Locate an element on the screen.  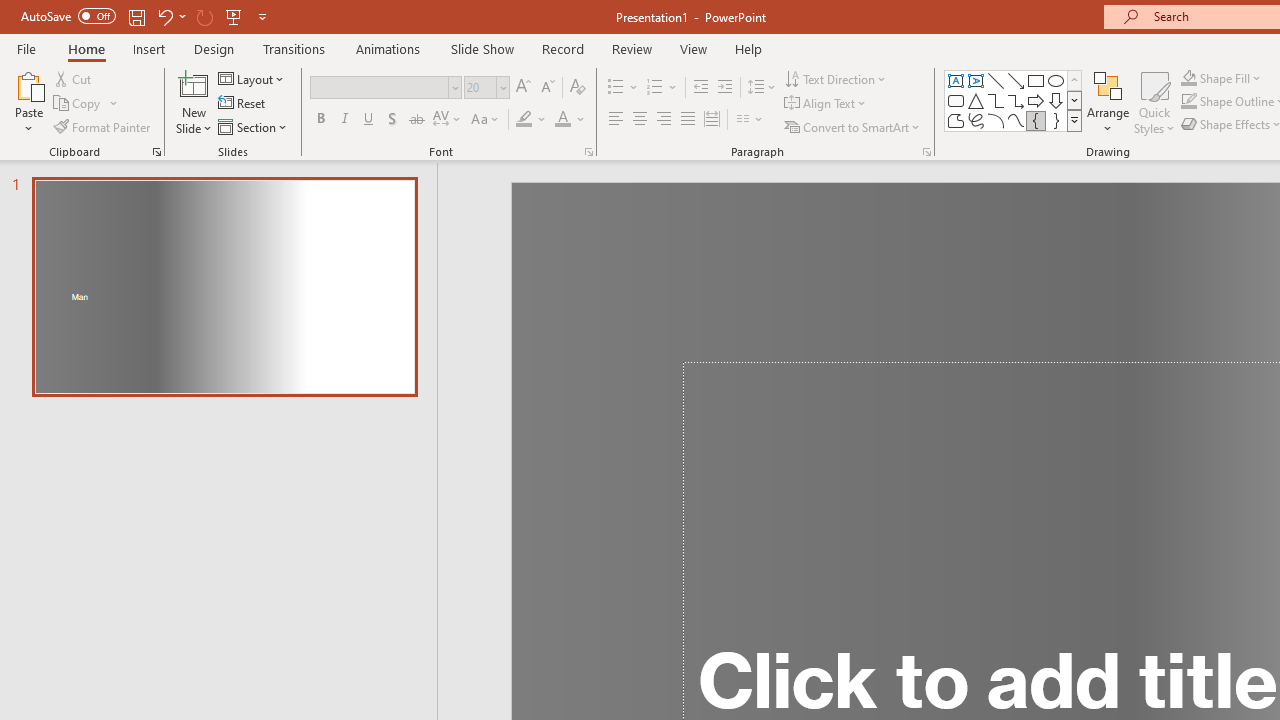
'Arc' is located at coordinates (995, 120).